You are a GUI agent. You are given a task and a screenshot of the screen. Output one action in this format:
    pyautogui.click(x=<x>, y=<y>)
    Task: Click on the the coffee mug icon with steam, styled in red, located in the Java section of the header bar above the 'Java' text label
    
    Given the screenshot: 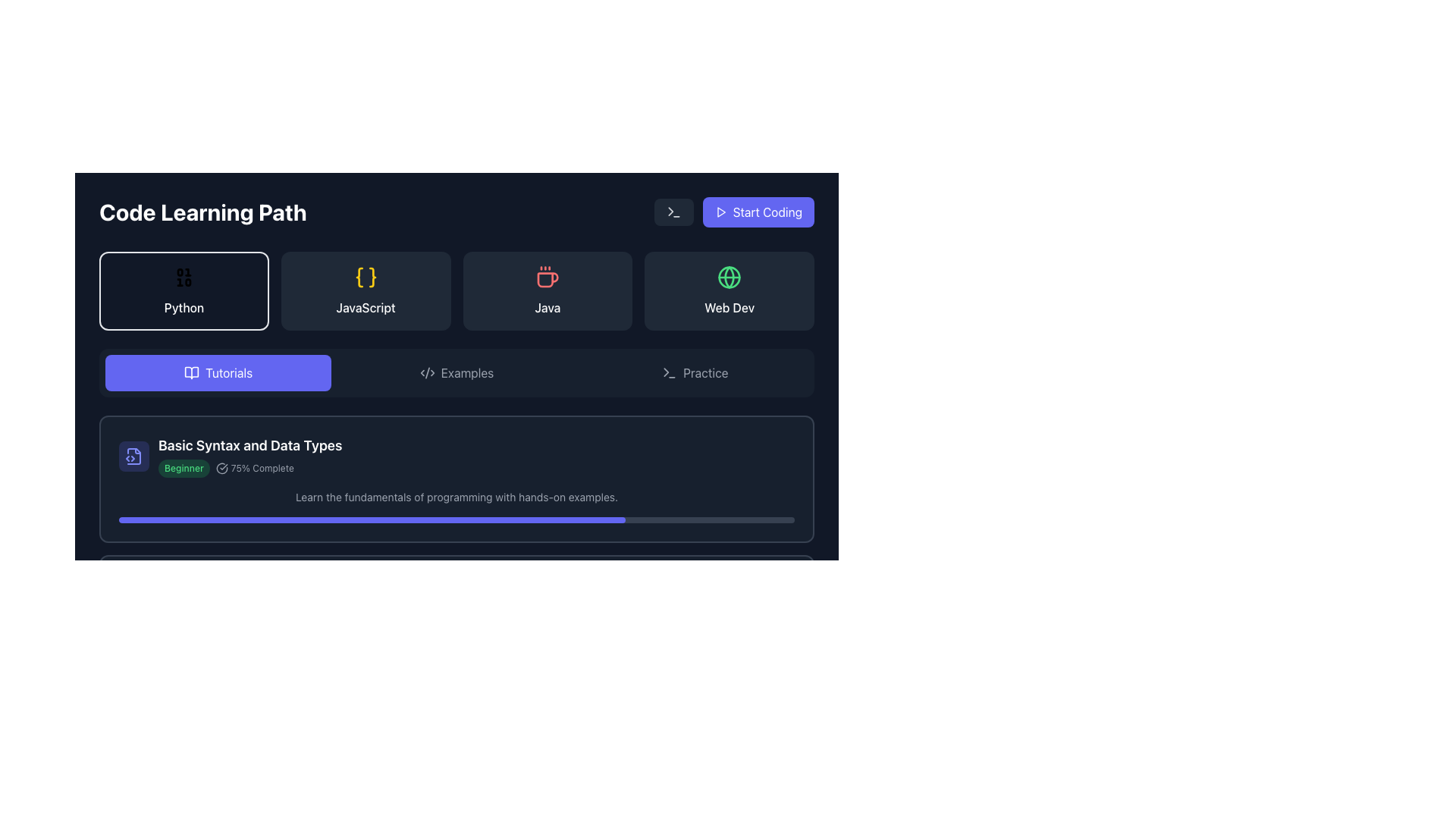 What is the action you would take?
    pyautogui.click(x=547, y=278)
    